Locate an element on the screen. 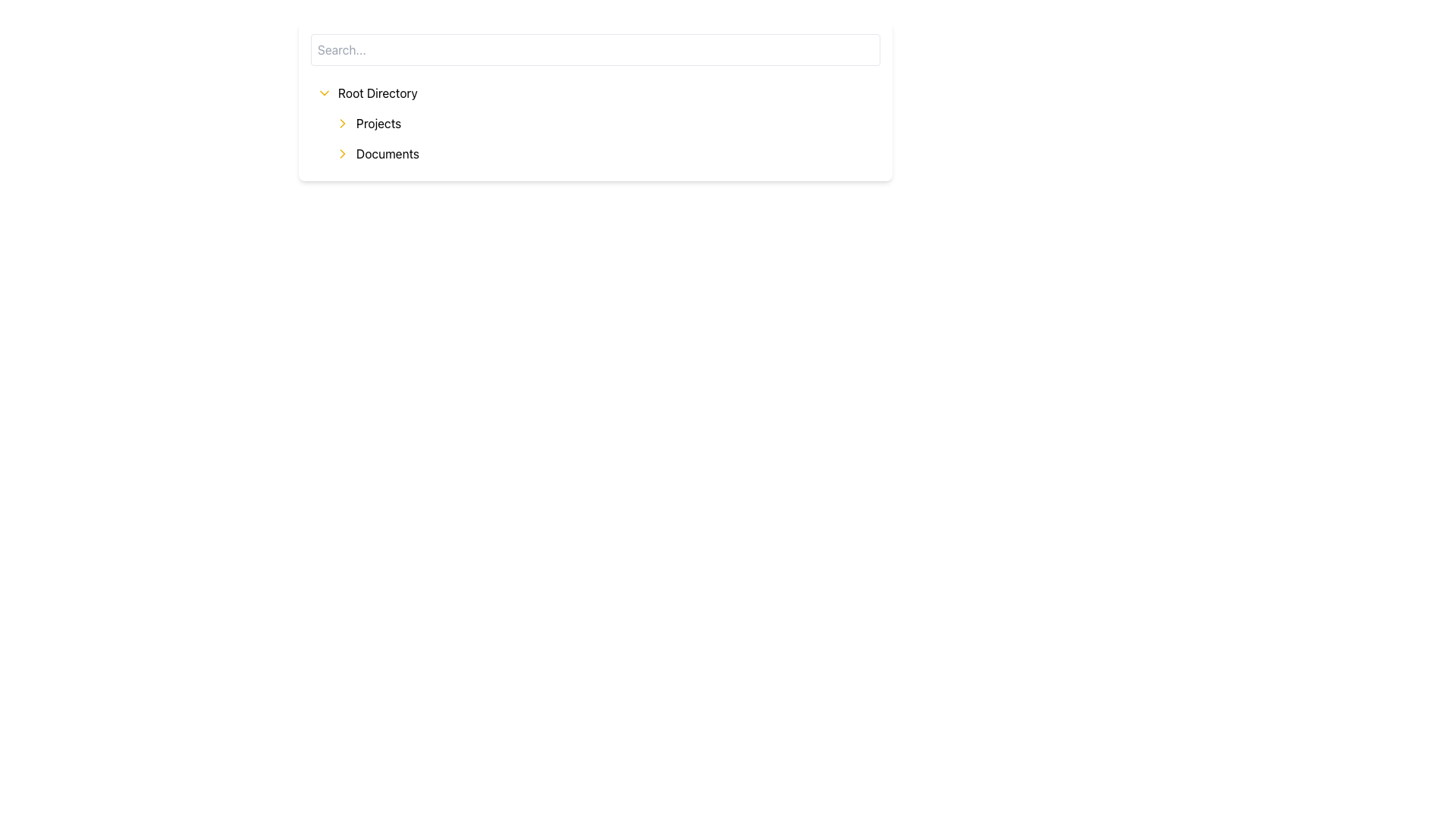 The width and height of the screenshot is (1456, 819). the 'Projects' text label in the vertical navigation menu is located at coordinates (378, 122).